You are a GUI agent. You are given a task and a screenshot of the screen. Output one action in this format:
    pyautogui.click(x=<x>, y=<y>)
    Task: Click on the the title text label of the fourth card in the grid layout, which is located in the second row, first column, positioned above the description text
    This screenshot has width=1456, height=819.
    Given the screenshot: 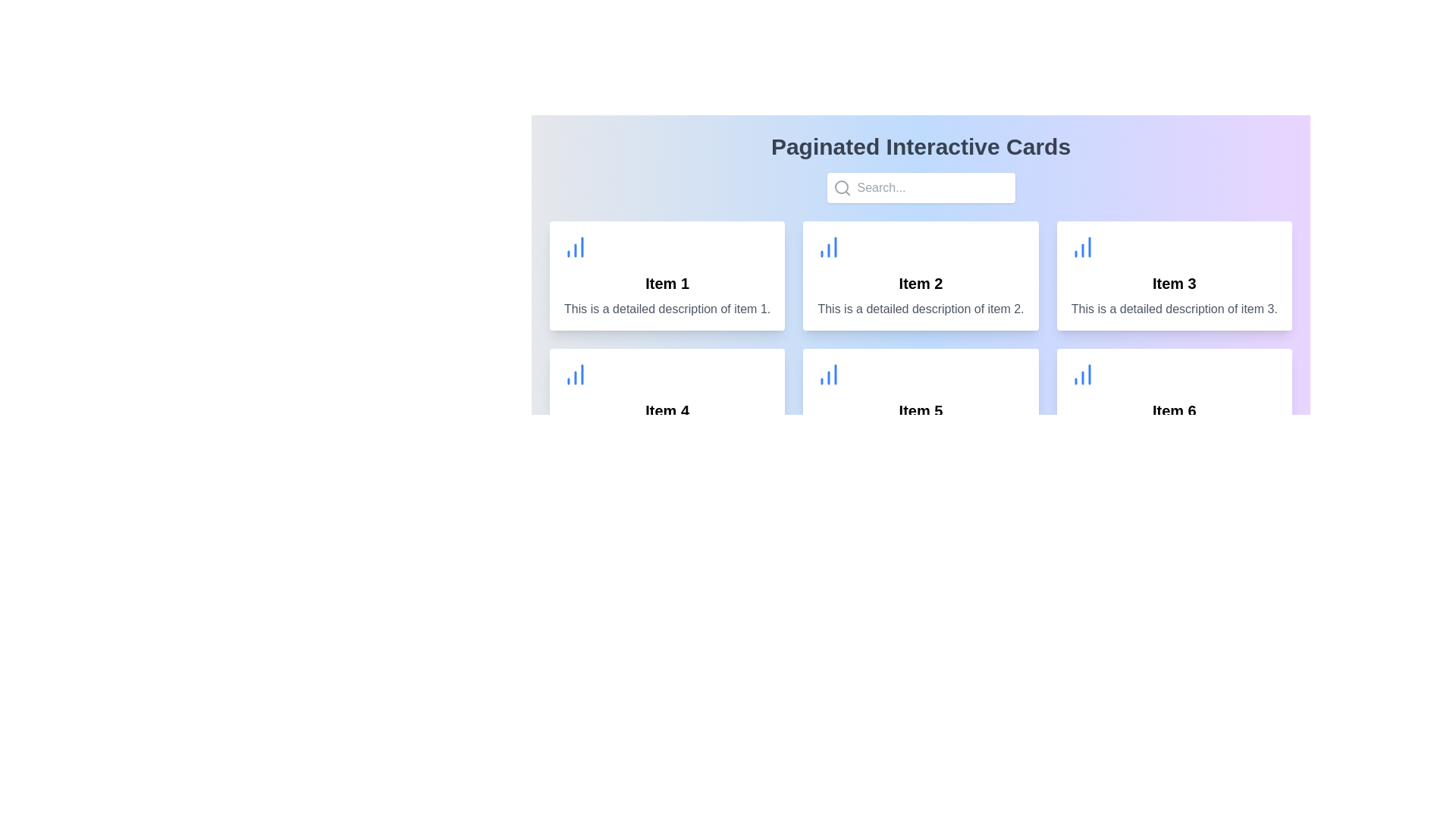 What is the action you would take?
    pyautogui.click(x=667, y=411)
    